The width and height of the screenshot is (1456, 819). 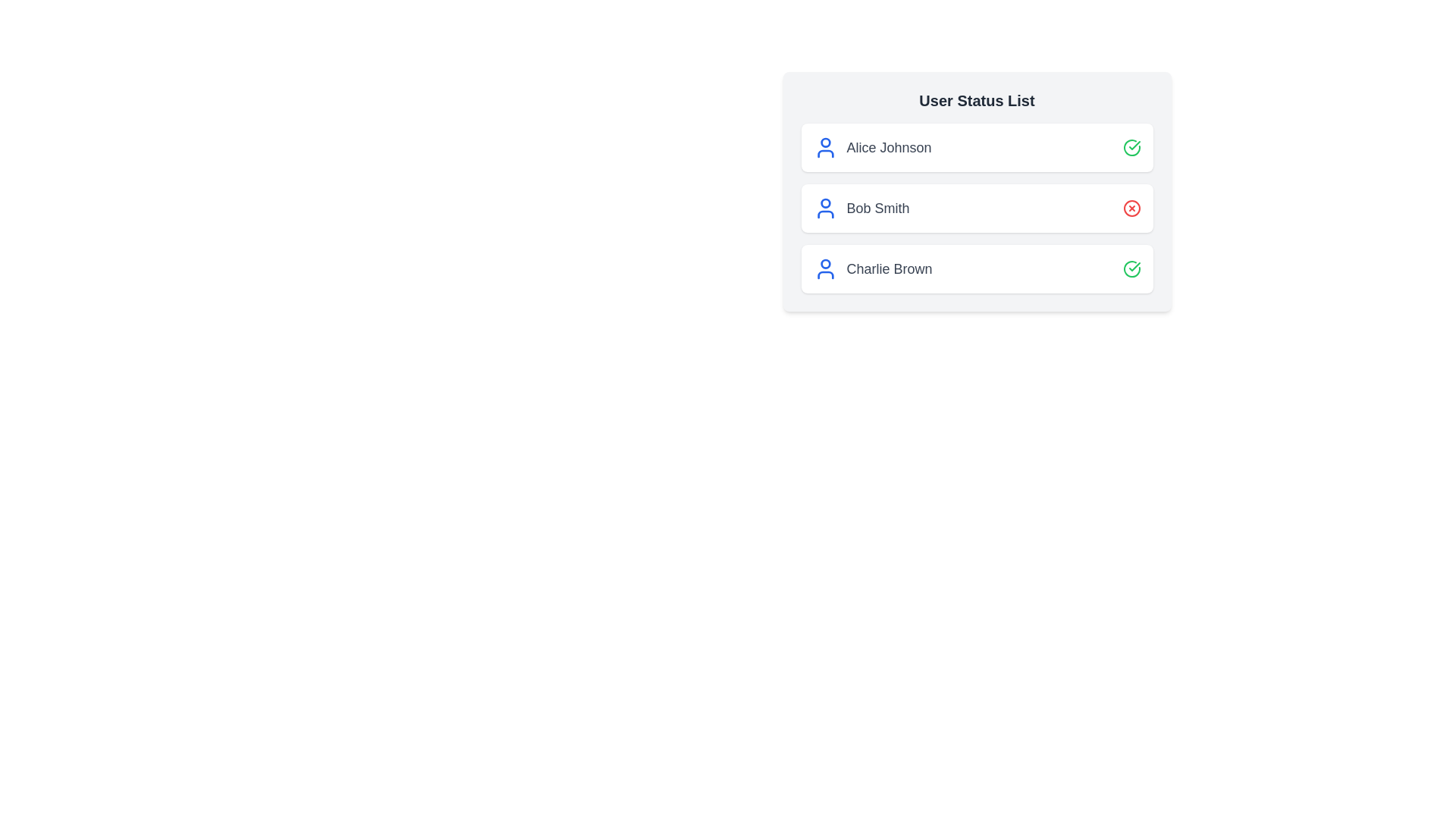 I want to click on the status icon for Charlie Brown, so click(x=1131, y=268).